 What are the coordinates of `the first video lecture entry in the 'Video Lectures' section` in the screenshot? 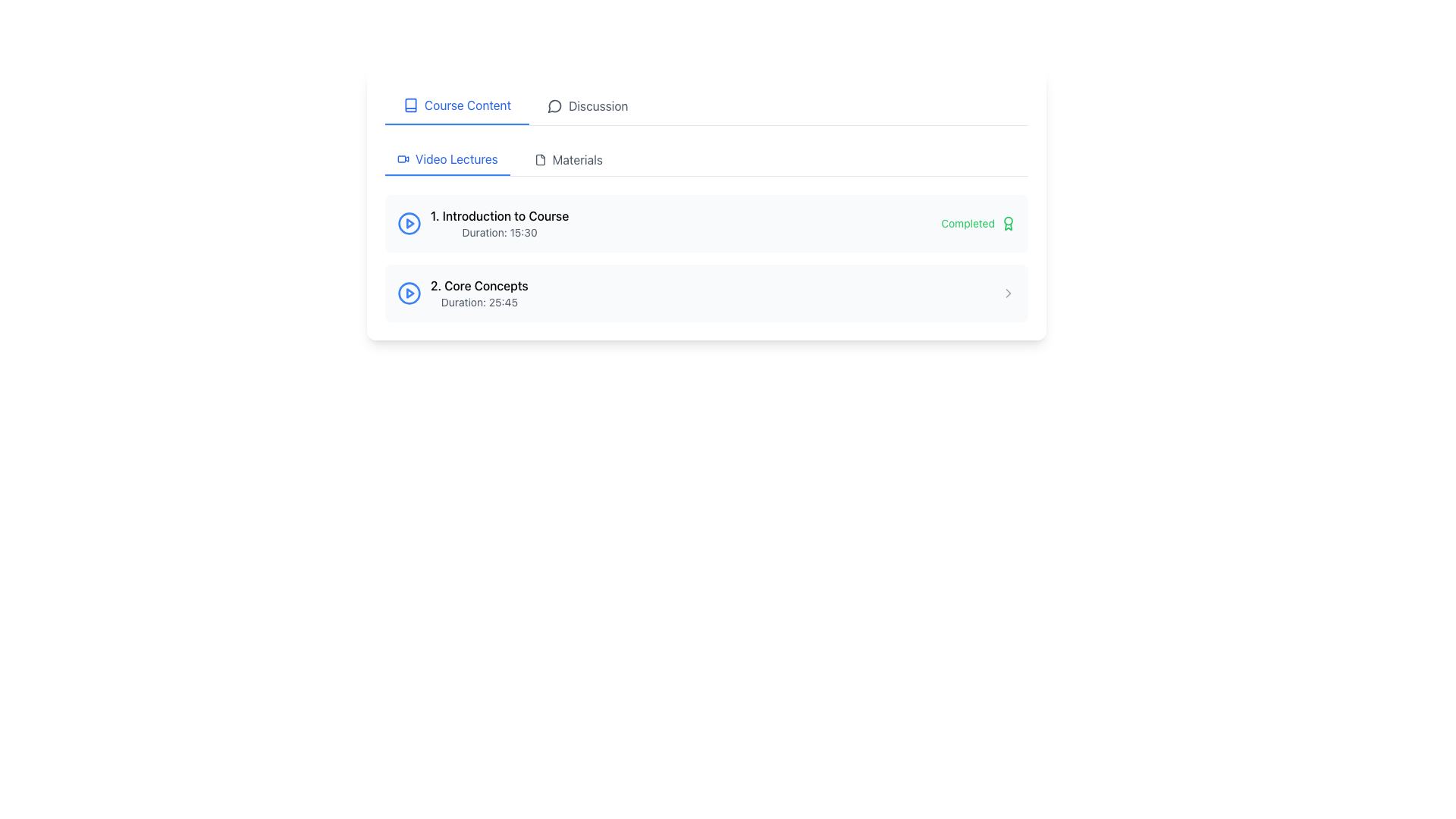 It's located at (500, 223).